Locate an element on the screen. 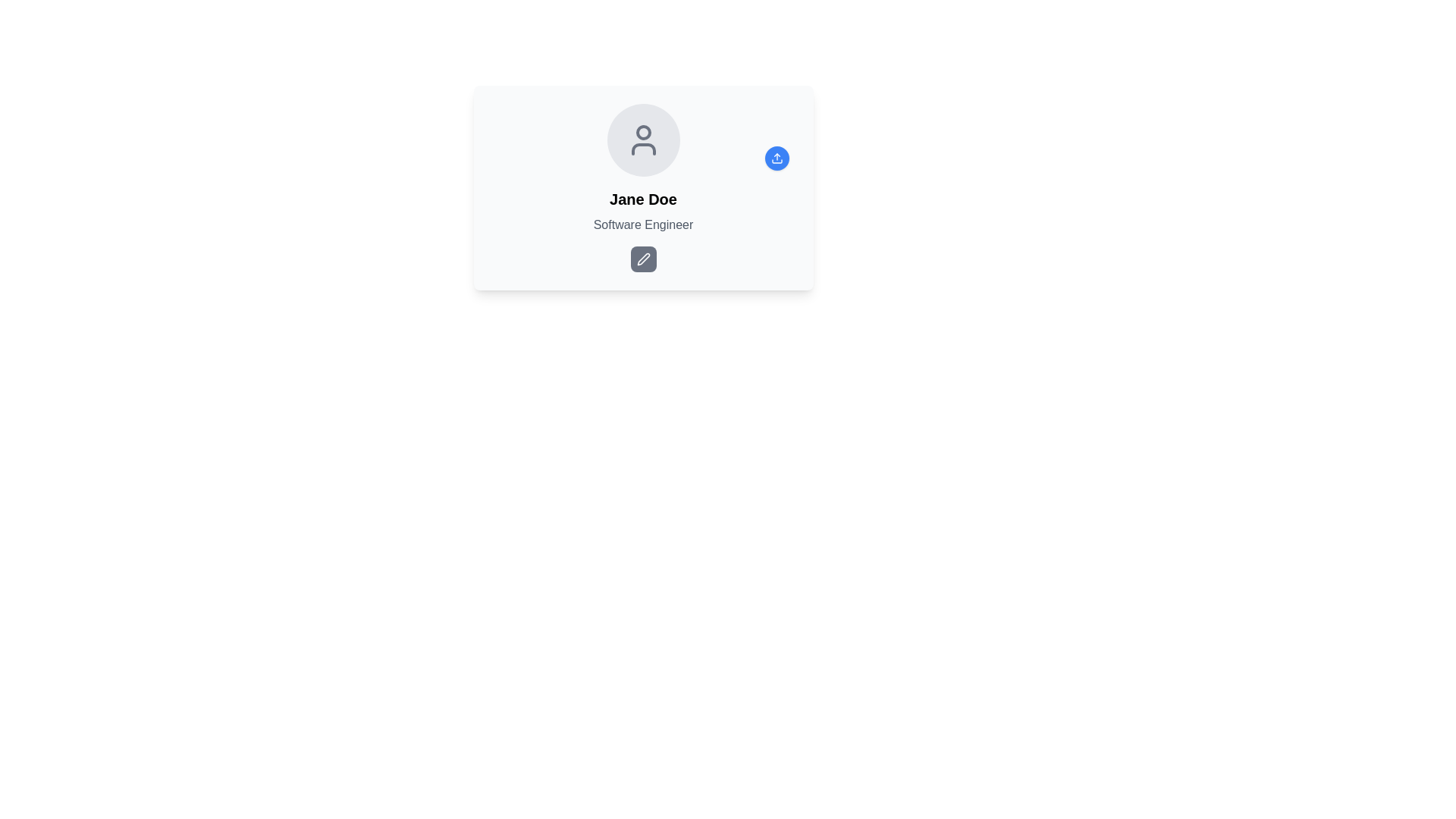 This screenshot has height=819, width=1456. user's name displayed in the Text Component located within the card layout, positioned below the profile icon and above the position text 'Software Engineer' is located at coordinates (643, 198).